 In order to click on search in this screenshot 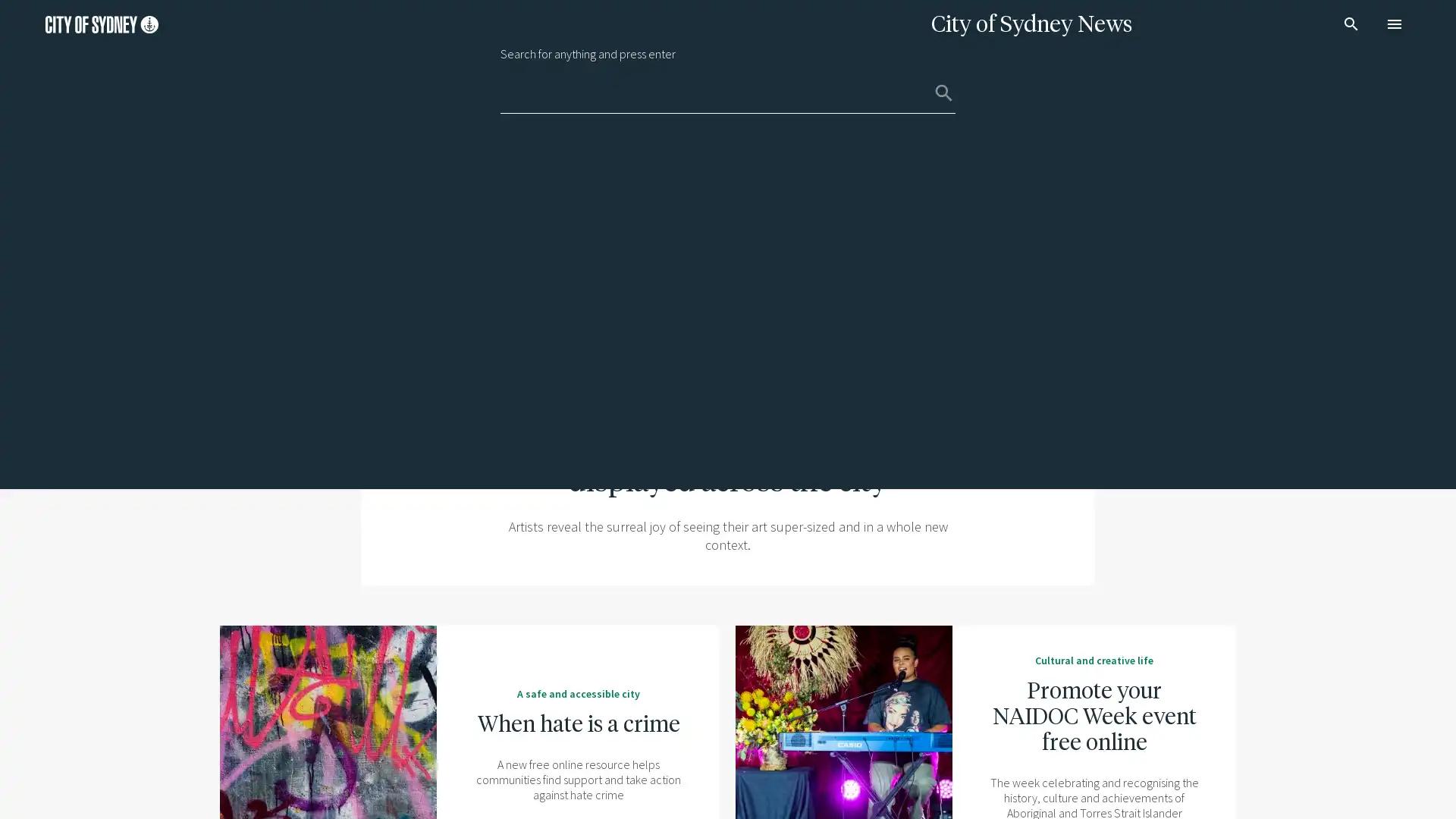, I will do `click(1351, 24)`.